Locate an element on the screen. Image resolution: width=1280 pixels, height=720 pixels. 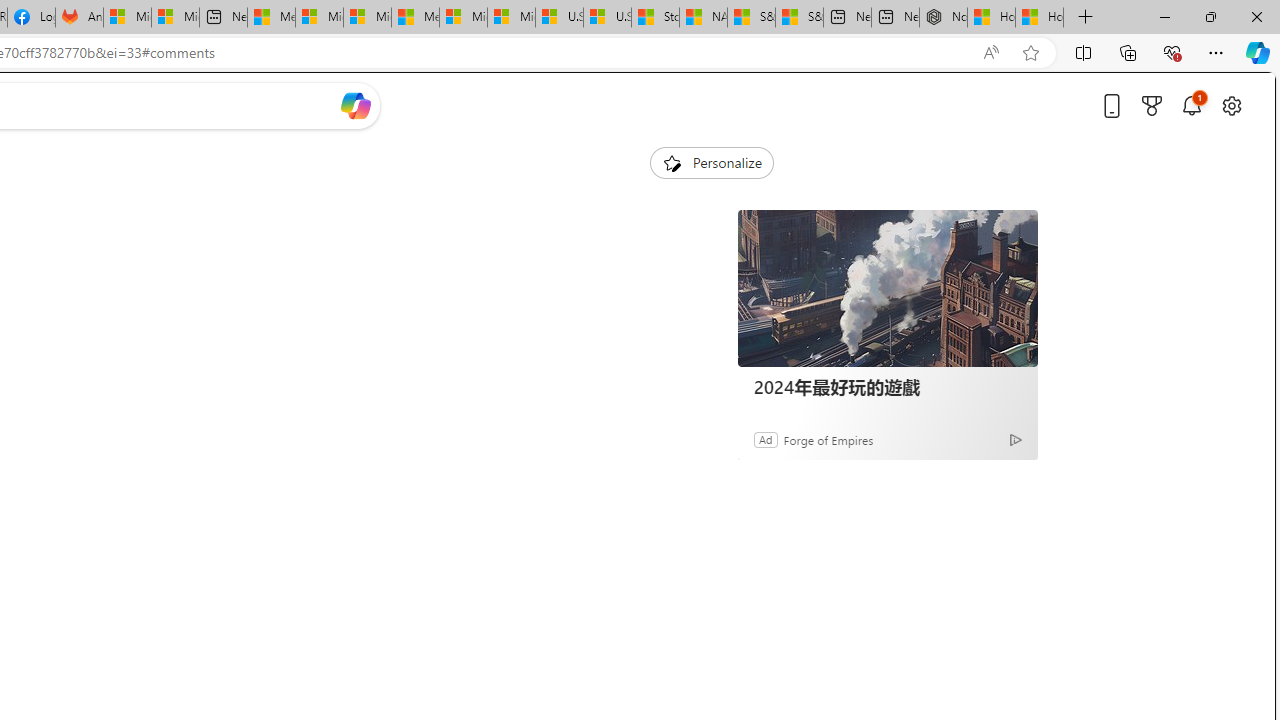
'To get missing image descriptions, open the context menu.' is located at coordinates (671, 161).